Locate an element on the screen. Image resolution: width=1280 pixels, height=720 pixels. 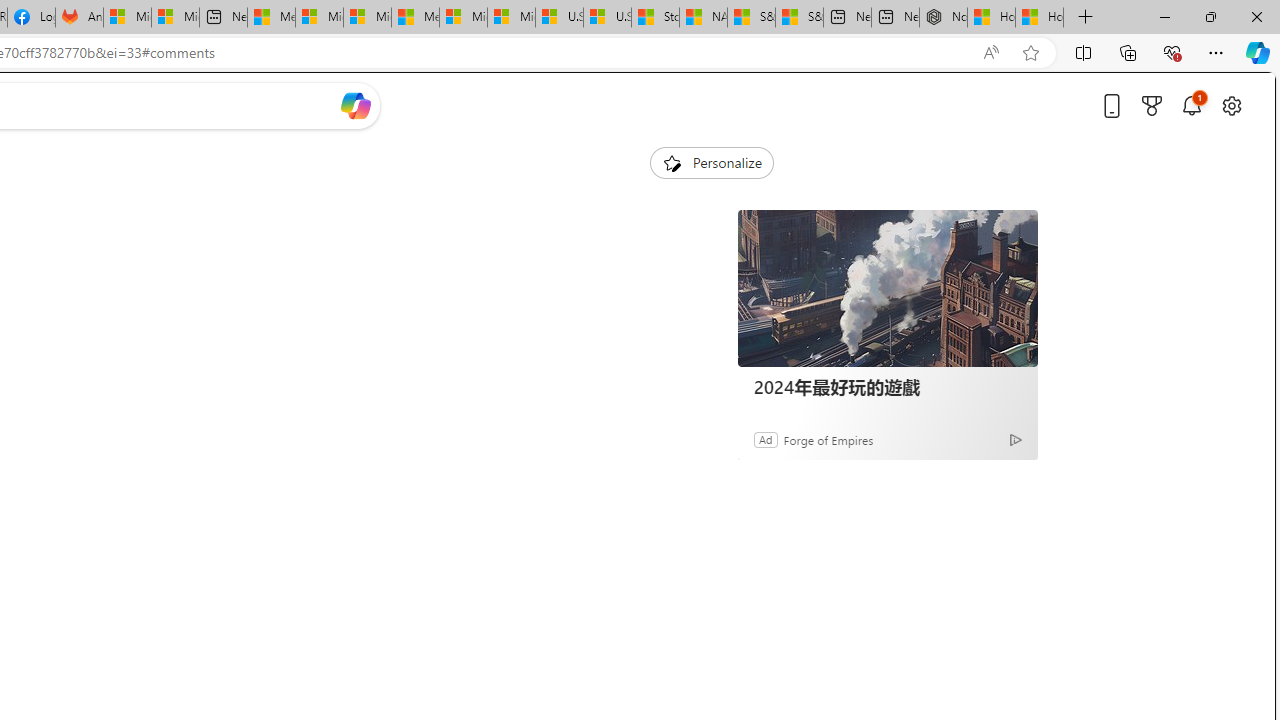
'To get missing image descriptions, open the context menu.' is located at coordinates (671, 161).